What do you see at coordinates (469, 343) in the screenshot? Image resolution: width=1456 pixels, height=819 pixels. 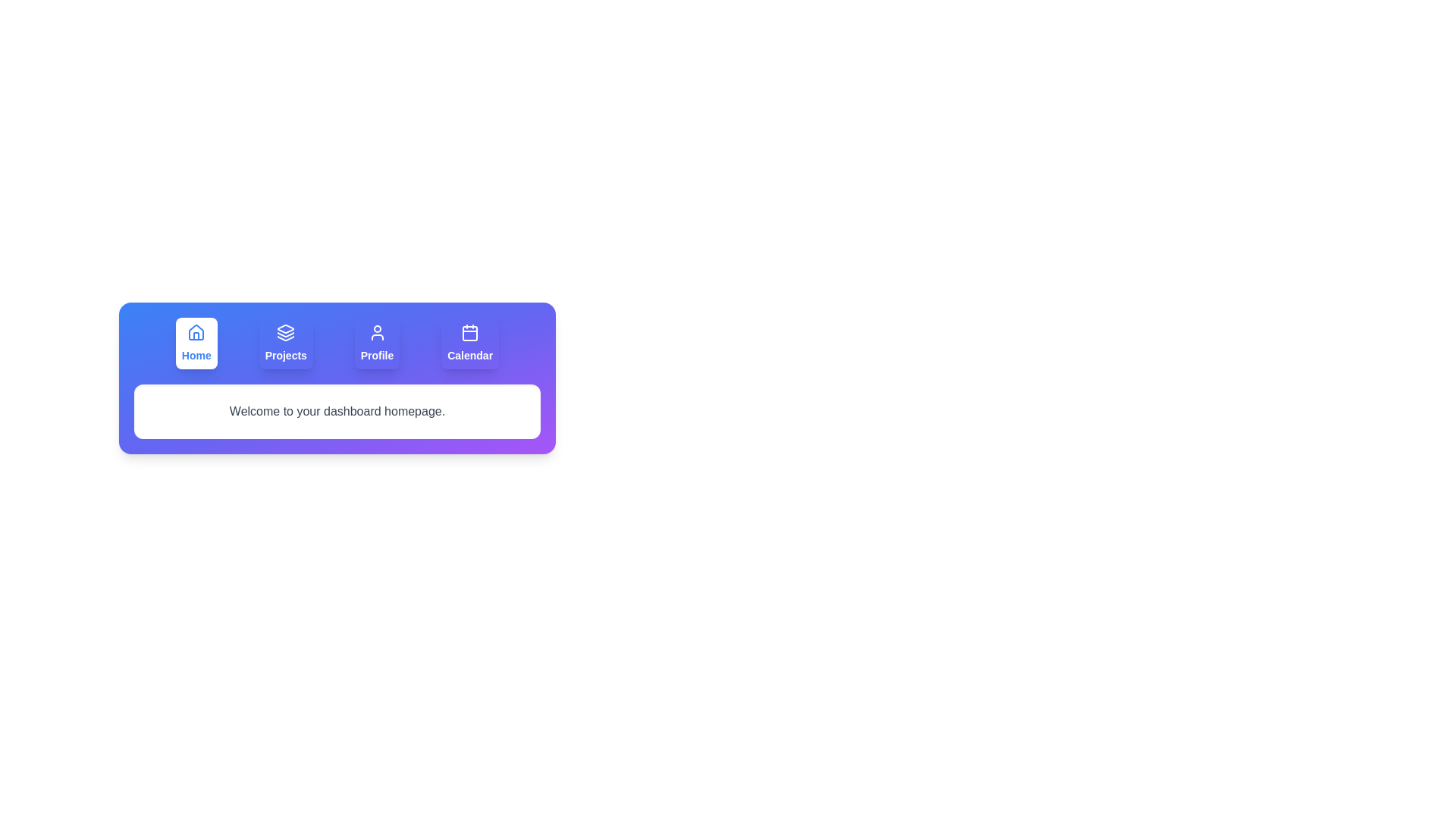 I see `the tab labeled Calendar to view its content` at bounding box center [469, 343].